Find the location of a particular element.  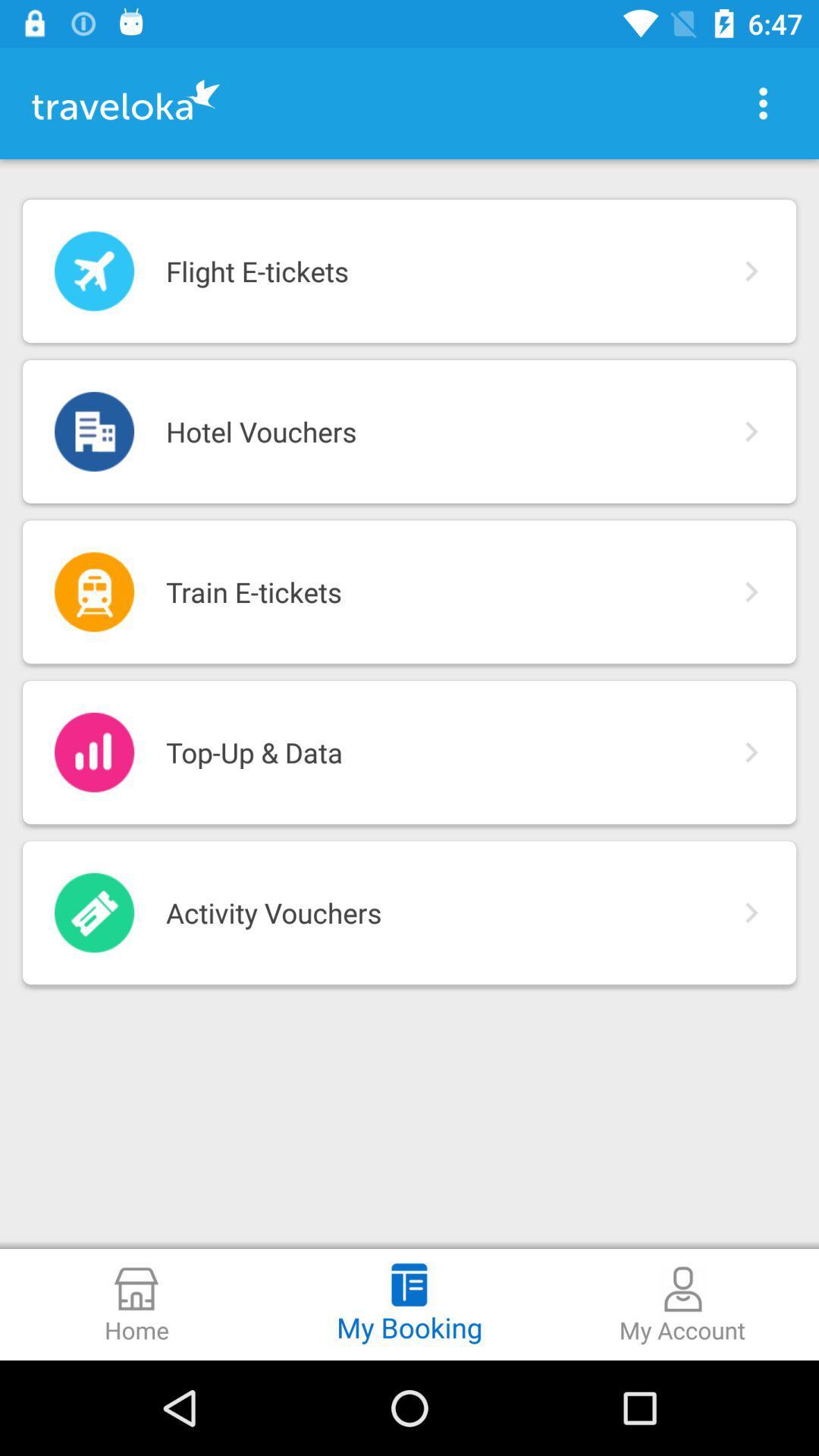

item above flight e-tickets item is located at coordinates (763, 102).